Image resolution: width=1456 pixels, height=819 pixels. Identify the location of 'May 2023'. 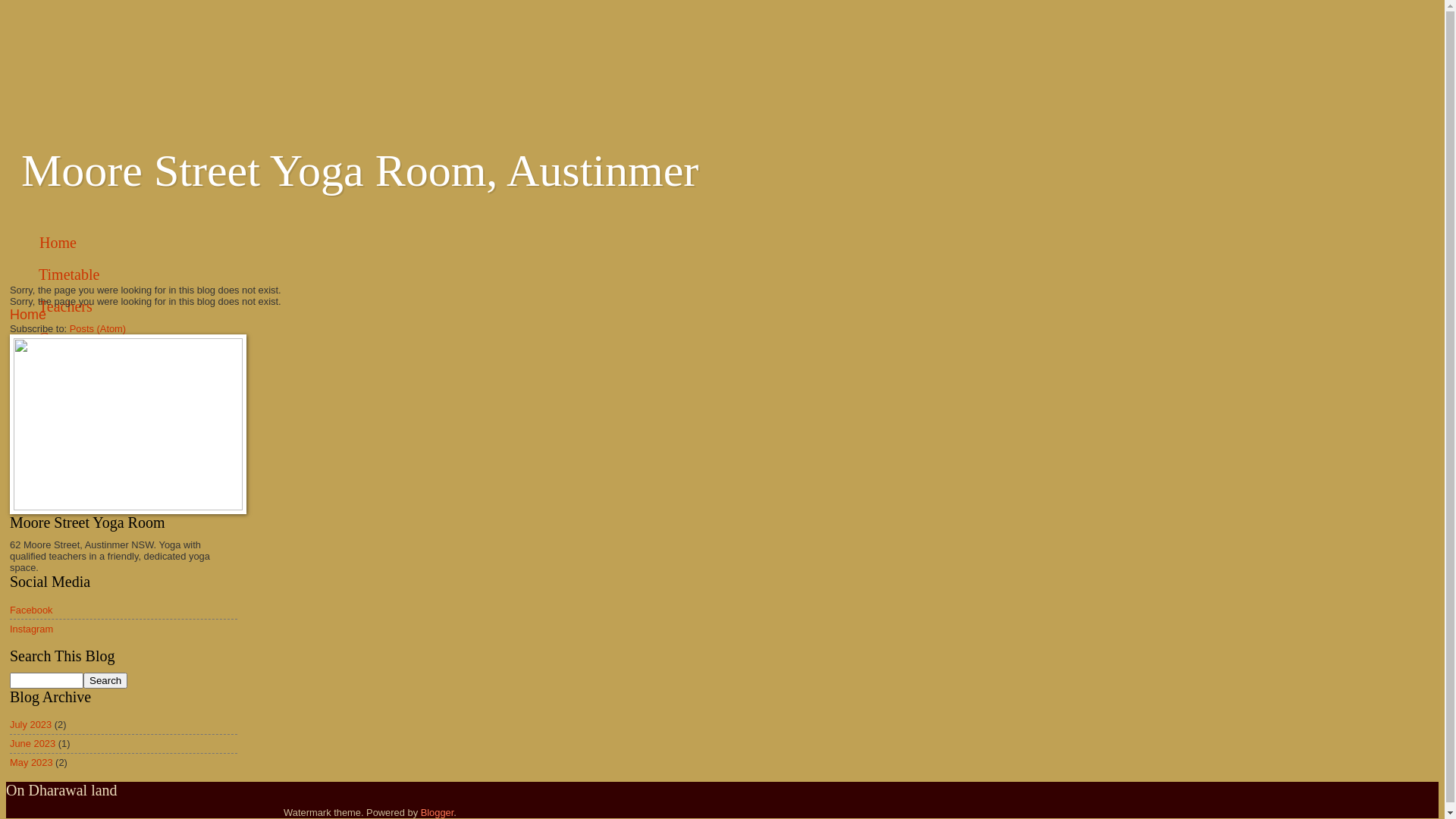
(10, 762).